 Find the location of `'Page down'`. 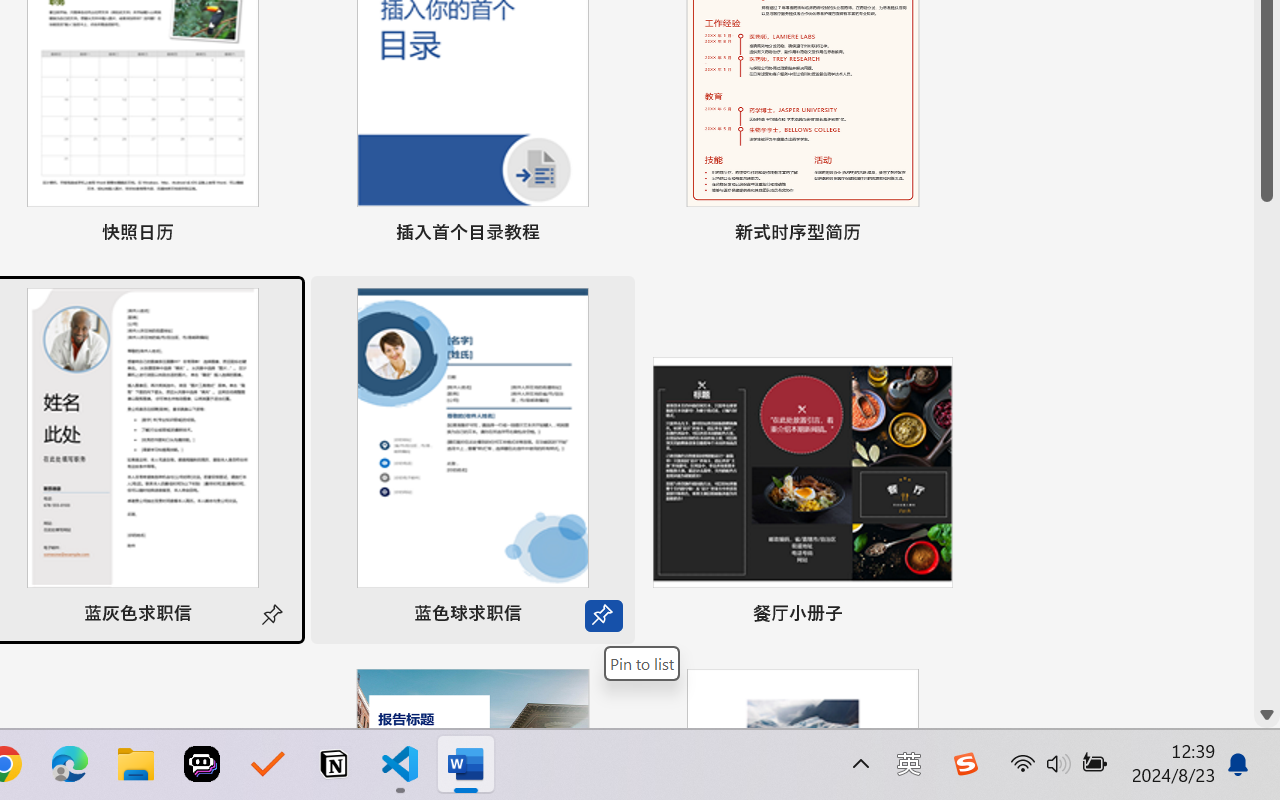

'Page down' is located at coordinates (1266, 450).